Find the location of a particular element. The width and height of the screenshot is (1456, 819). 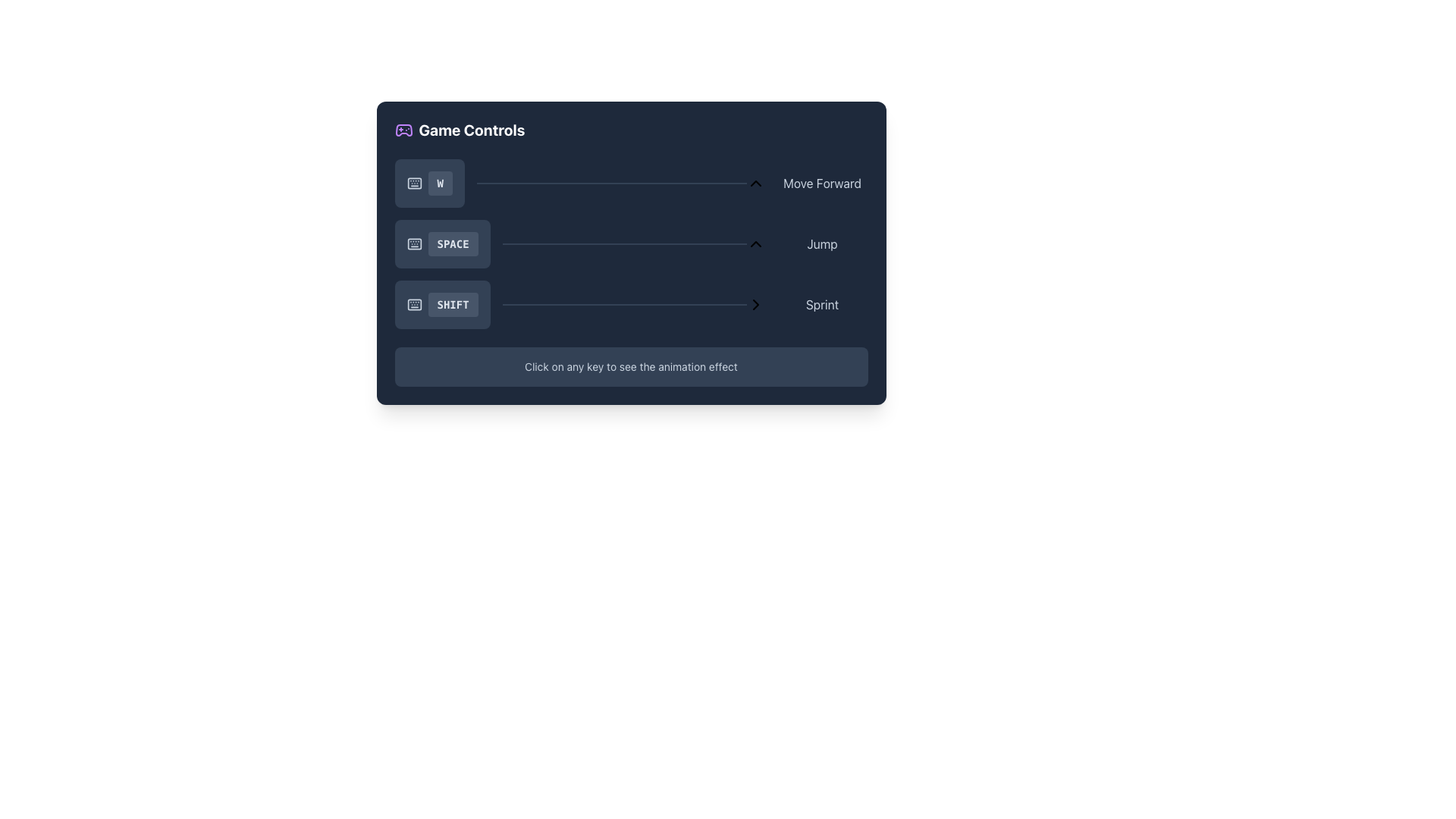

the 'SHIFT' button located in the bottom-most row of a column of similar buttons for selecting it is located at coordinates (452, 304).